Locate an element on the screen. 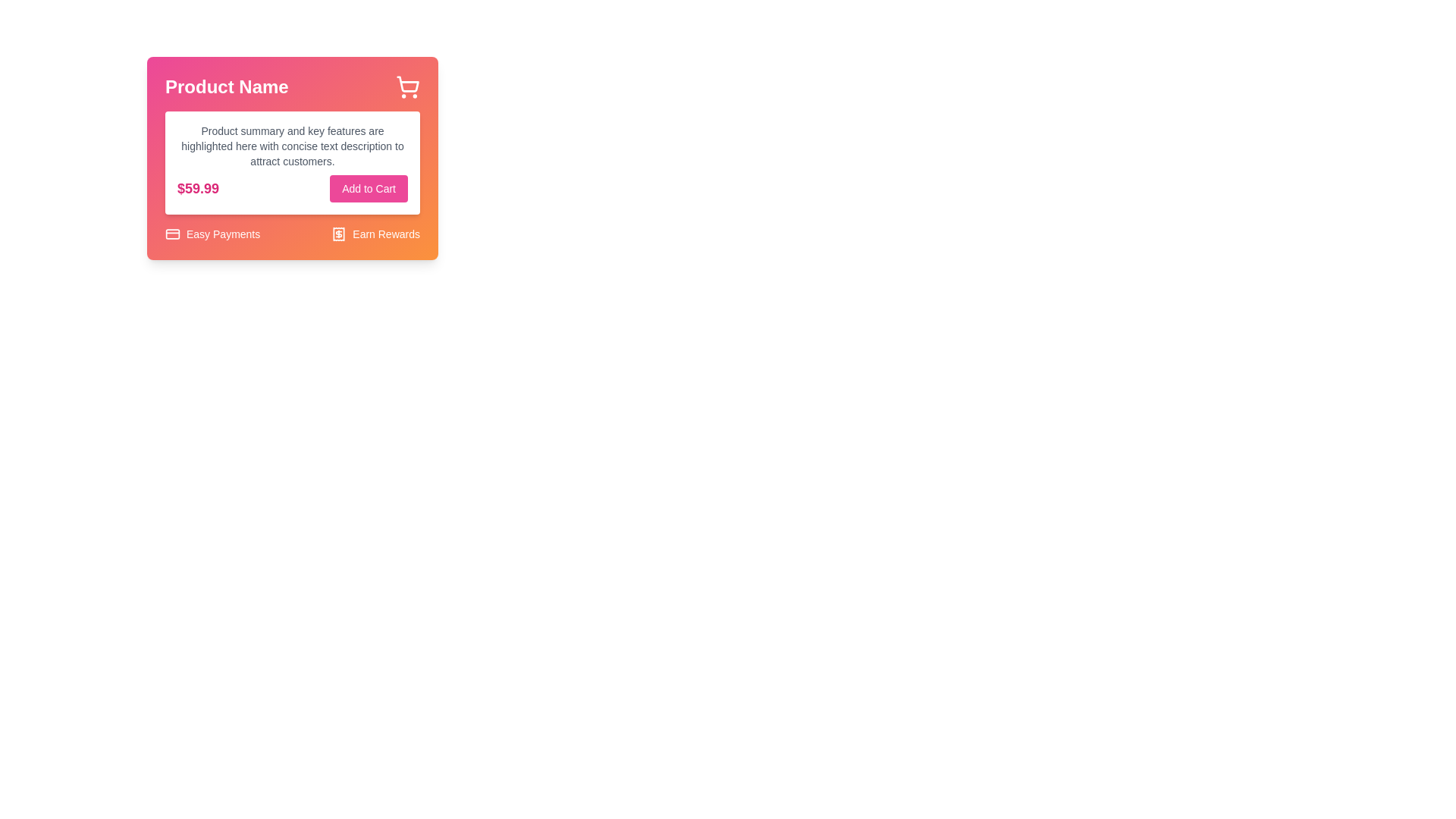  the shopping icon located in the top-right corner of the 'Product Name' card, which serves as a shortcut for shopping functionality is located at coordinates (407, 87).